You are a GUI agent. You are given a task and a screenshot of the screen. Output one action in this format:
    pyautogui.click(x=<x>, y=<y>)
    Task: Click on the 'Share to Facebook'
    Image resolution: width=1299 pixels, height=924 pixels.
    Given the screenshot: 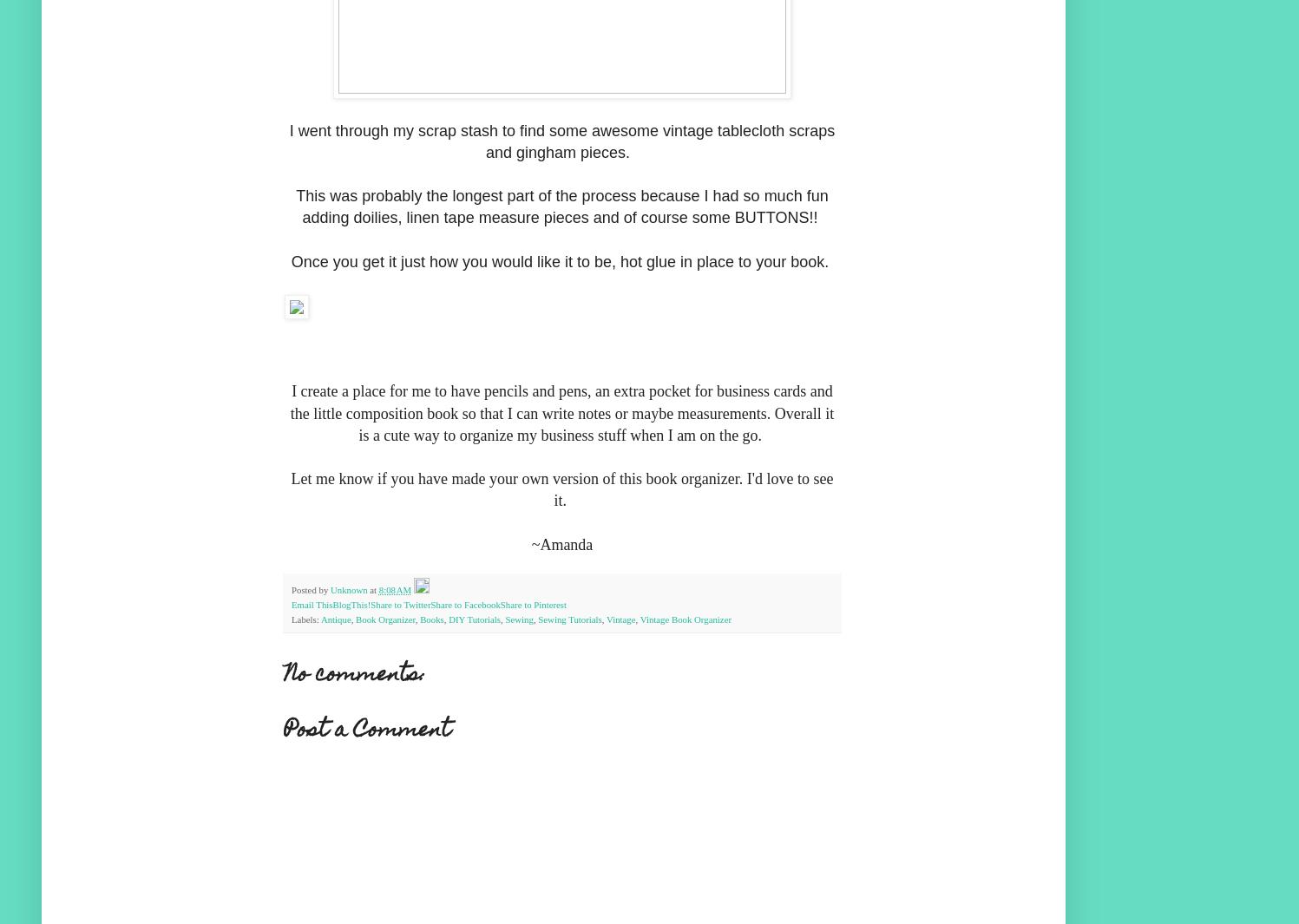 What is the action you would take?
    pyautogui.click(x=464, y=605)
    